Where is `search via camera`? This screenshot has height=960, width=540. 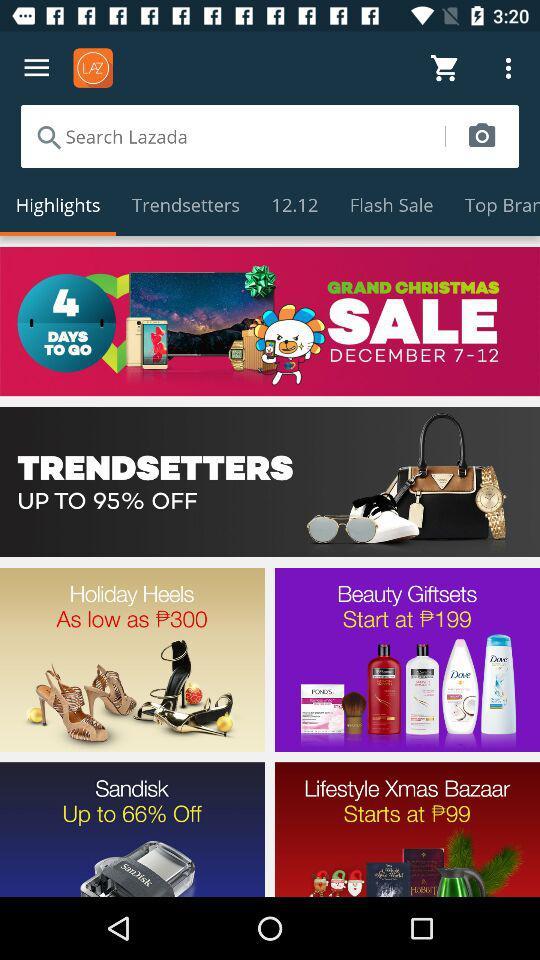 search via camera is located at coordinates (481, 135).